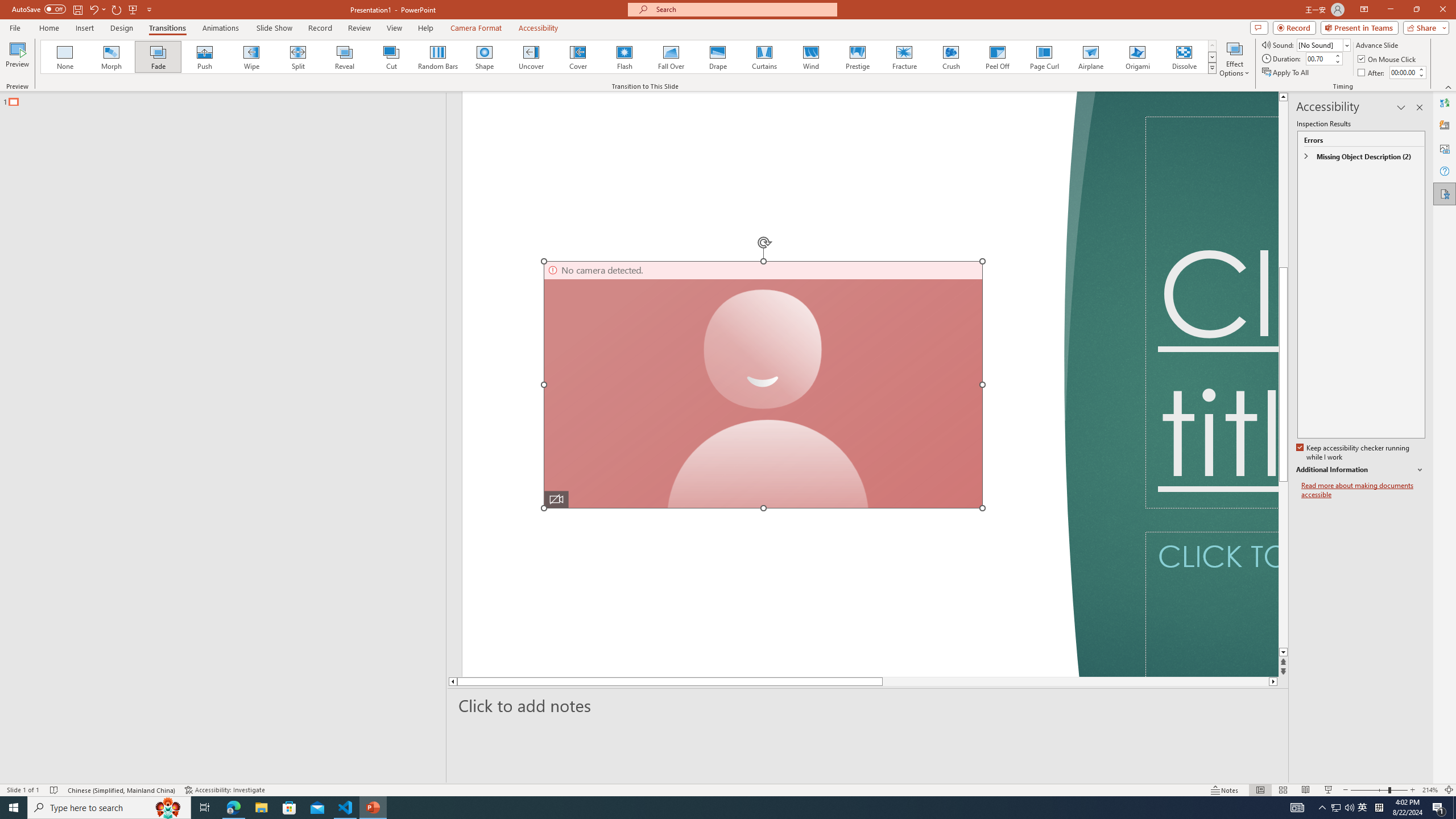 This screenshot has height=819, width=1456. Describe the element at coordinates (484, 56) in the screenshot. I see `'Shape'` at that location.